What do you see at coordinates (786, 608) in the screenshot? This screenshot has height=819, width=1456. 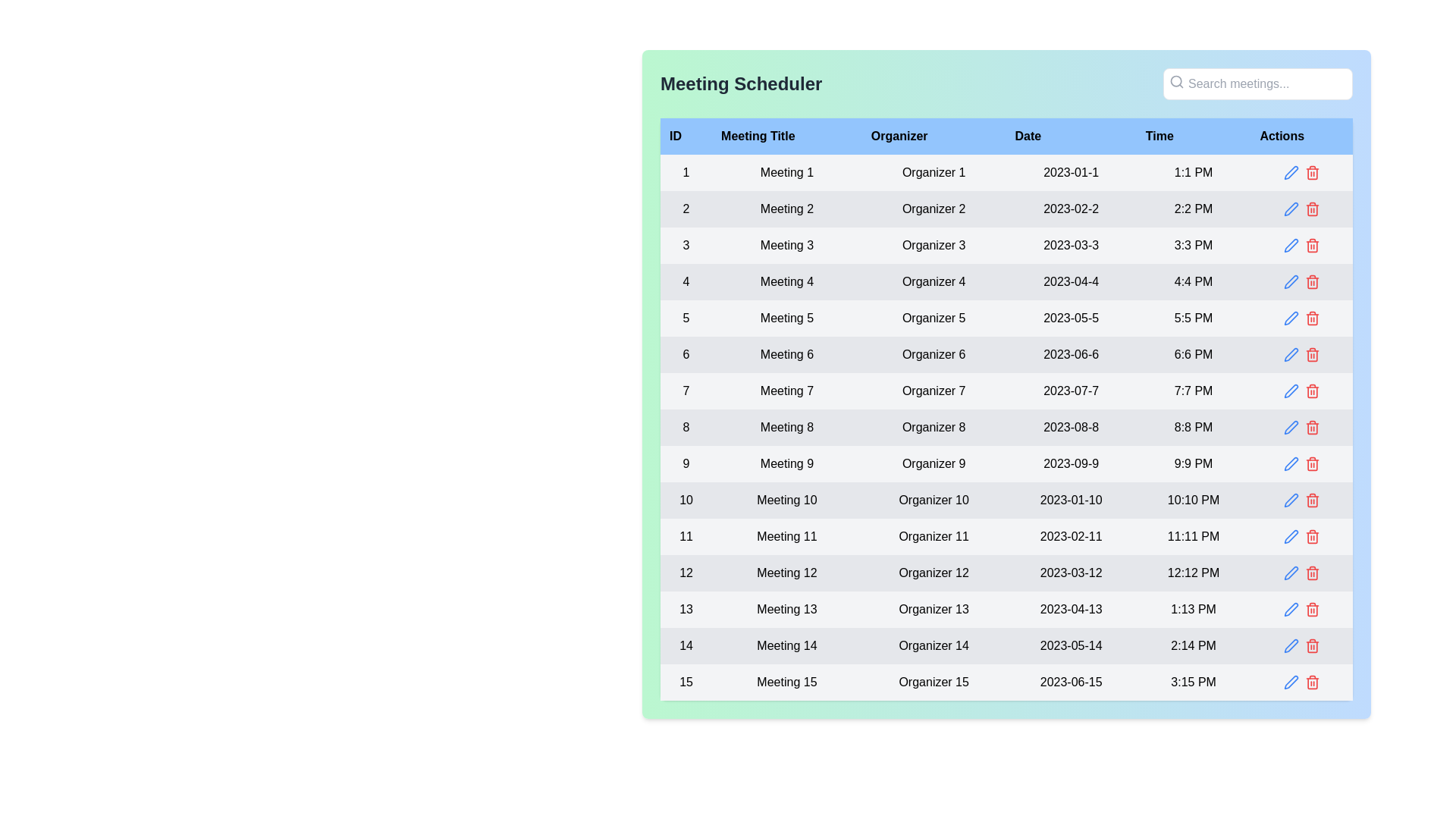 I see `the text label displaying 'Meeting 13', which is located in the 13th row of a table structure, positioned between the 'ID' column and the 'Organizer' column` at bounding box center [786, 608].